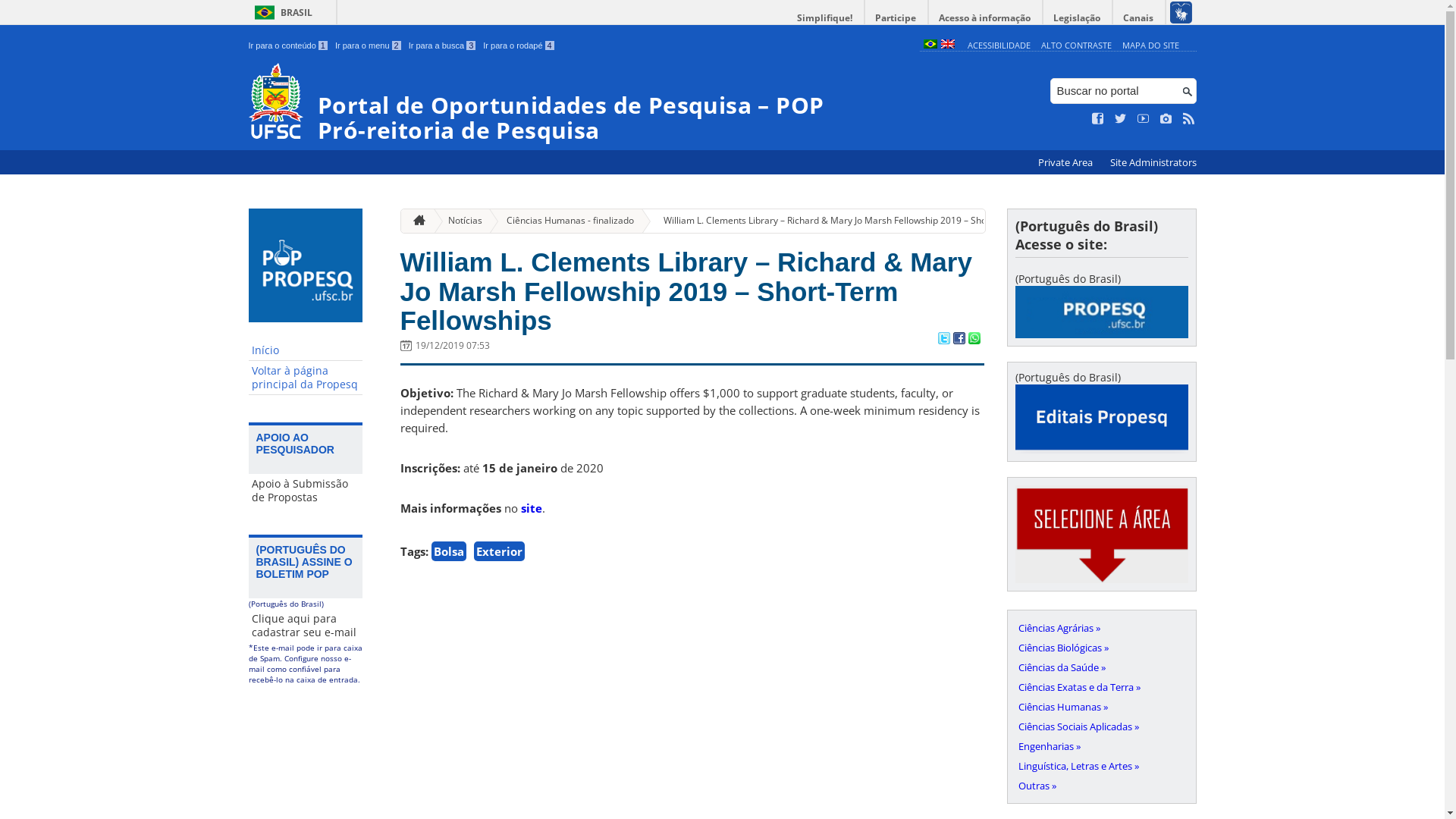 This screenshot has width=1456, height=819. What do you see at coordinates (1165, 118) in the screenshot?
I see `'Veja no Instagram'` at bounding box center [1165, 118].